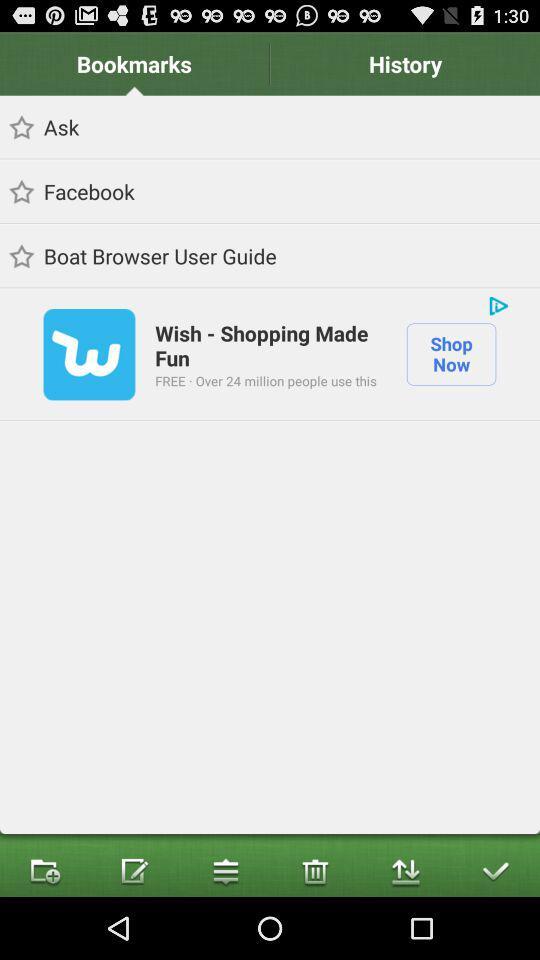 Image resolution: width=540 pixels, height=960 pixels. I want to click on the delete icon, so click(314, 931).